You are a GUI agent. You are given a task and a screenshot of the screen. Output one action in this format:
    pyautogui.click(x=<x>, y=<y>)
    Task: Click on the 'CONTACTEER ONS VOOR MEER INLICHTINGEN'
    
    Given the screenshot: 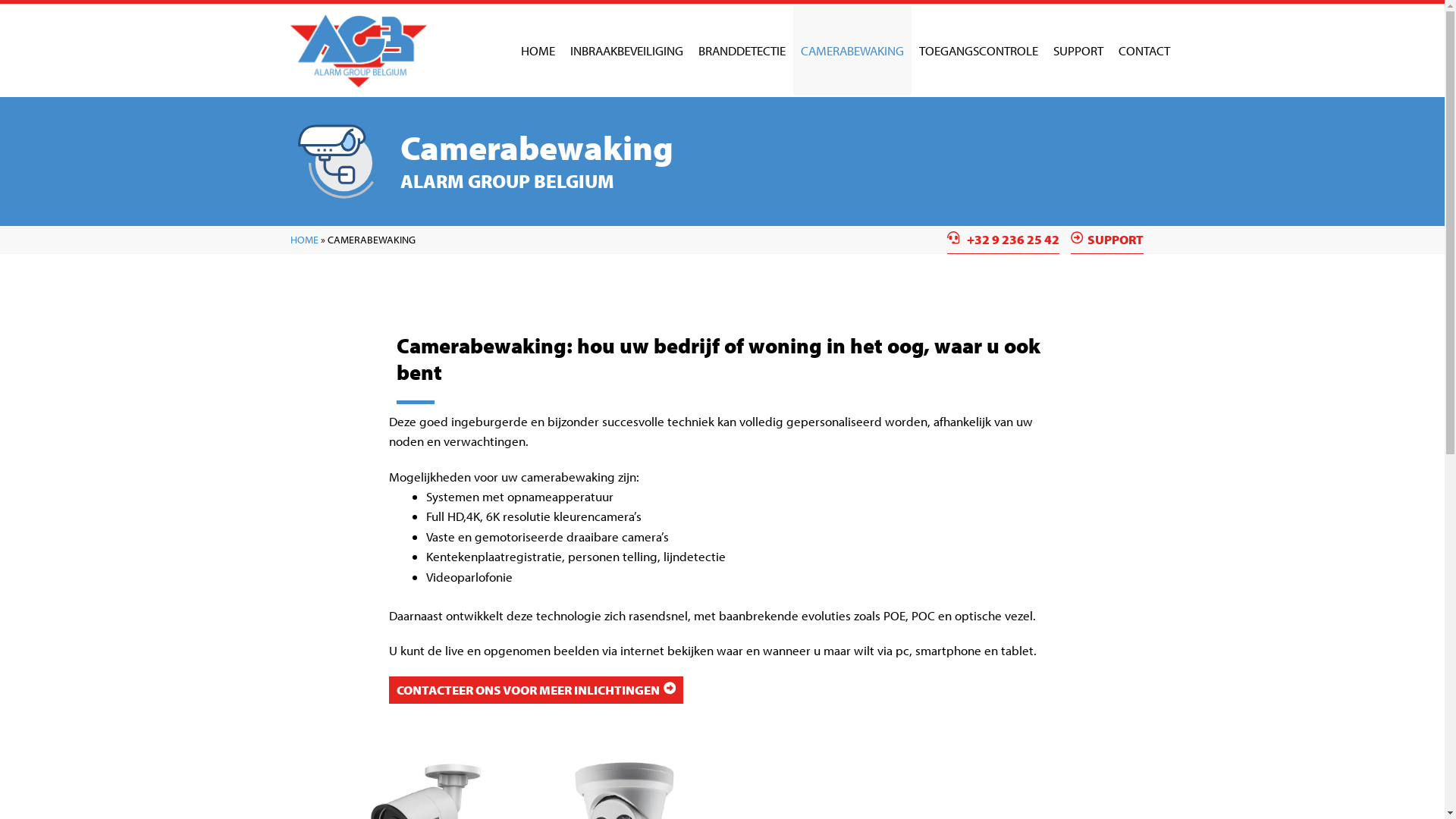 What is the action you would take?
    pyautogui.click(x=535, y=690)
    